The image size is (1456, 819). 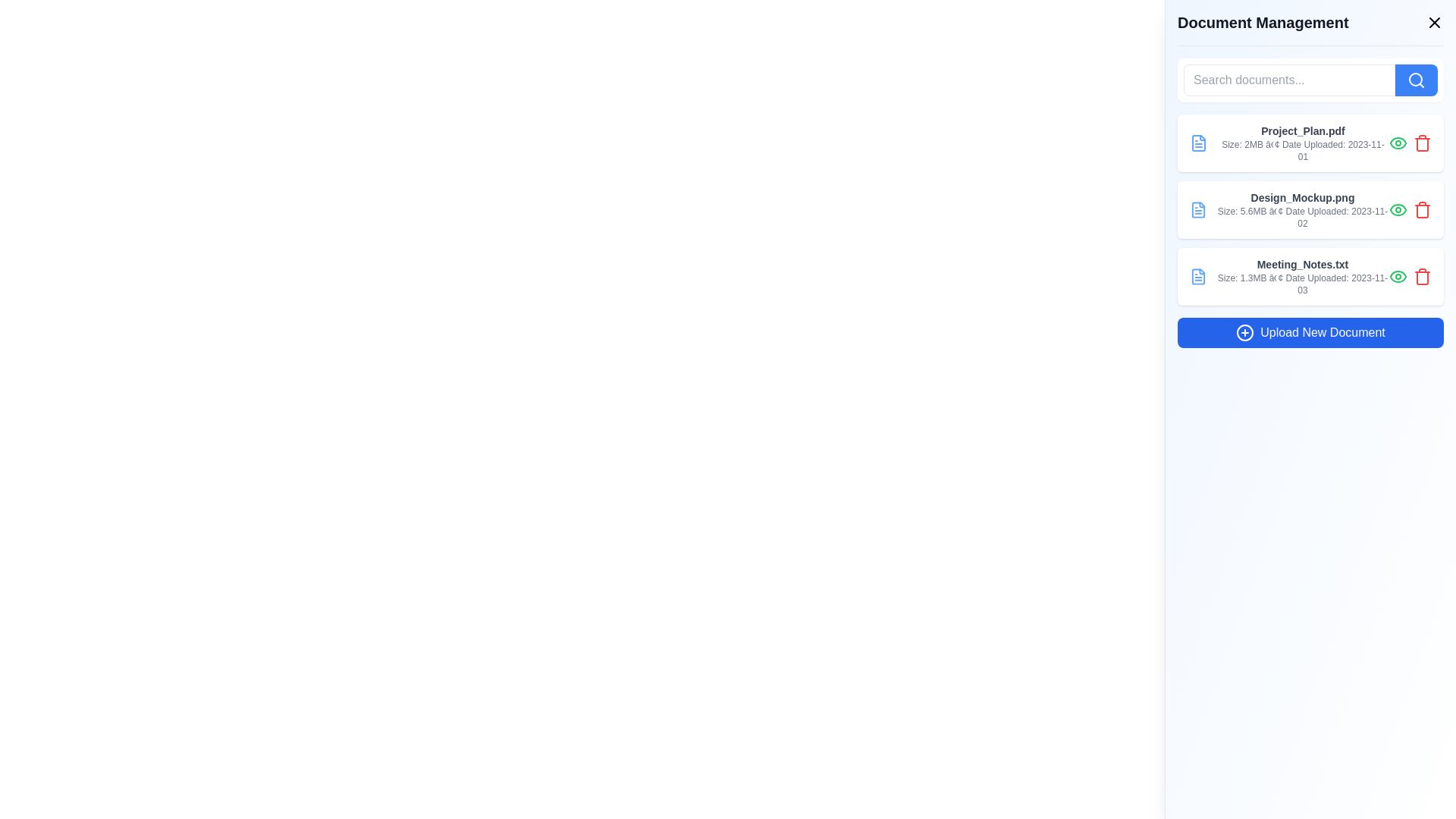 I want to click on the trash bin icon located to the right of the 'Meeting_Notes.txt' file entry in the Document Management section to initiate a delete action, so click(x=1422, y=278).